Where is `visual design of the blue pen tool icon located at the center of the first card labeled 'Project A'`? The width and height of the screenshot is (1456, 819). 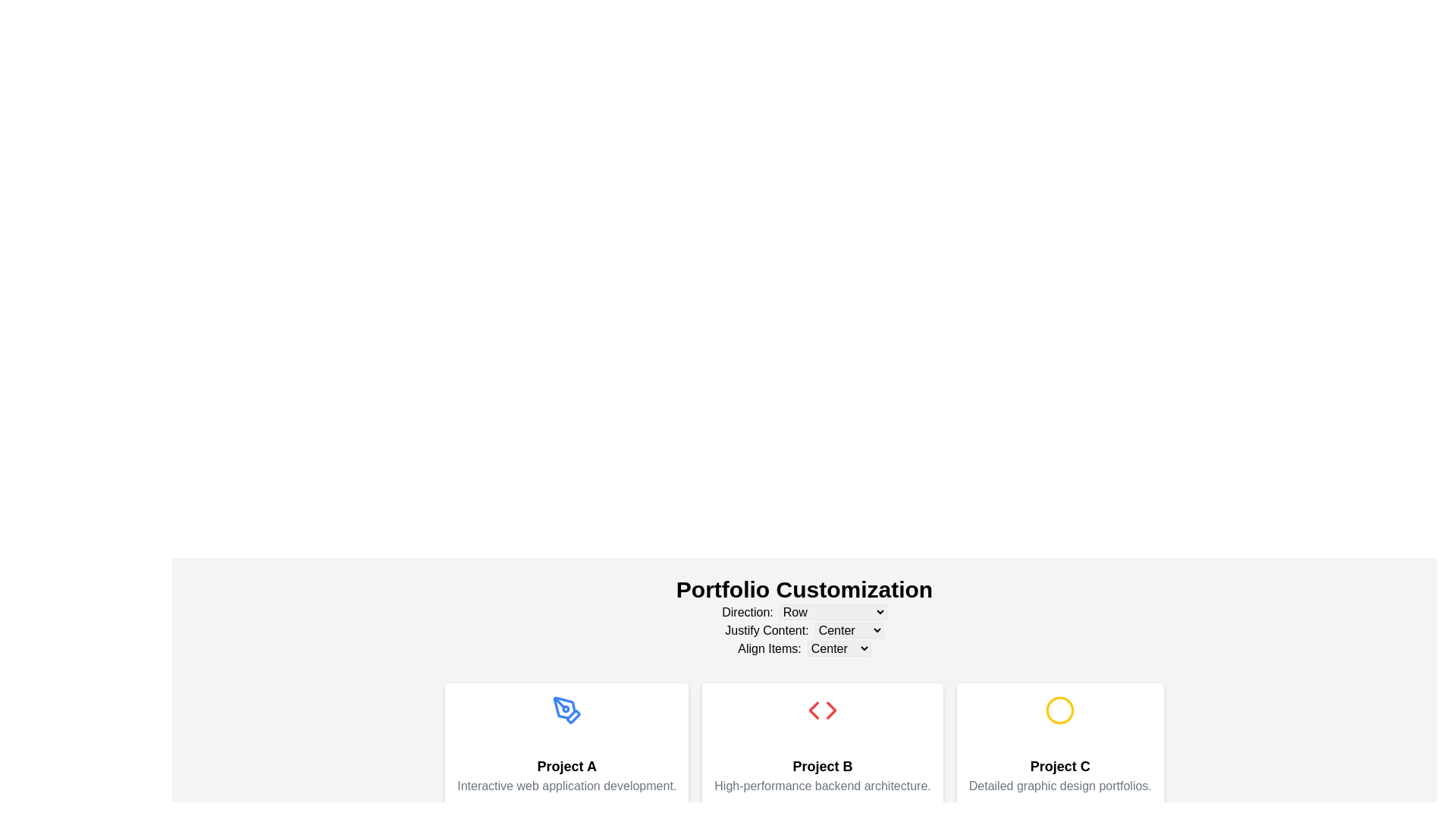
visual design of the blue pen tool icon located at the center of the first card labeled 'Project A' is located at coordinates (566, 711).